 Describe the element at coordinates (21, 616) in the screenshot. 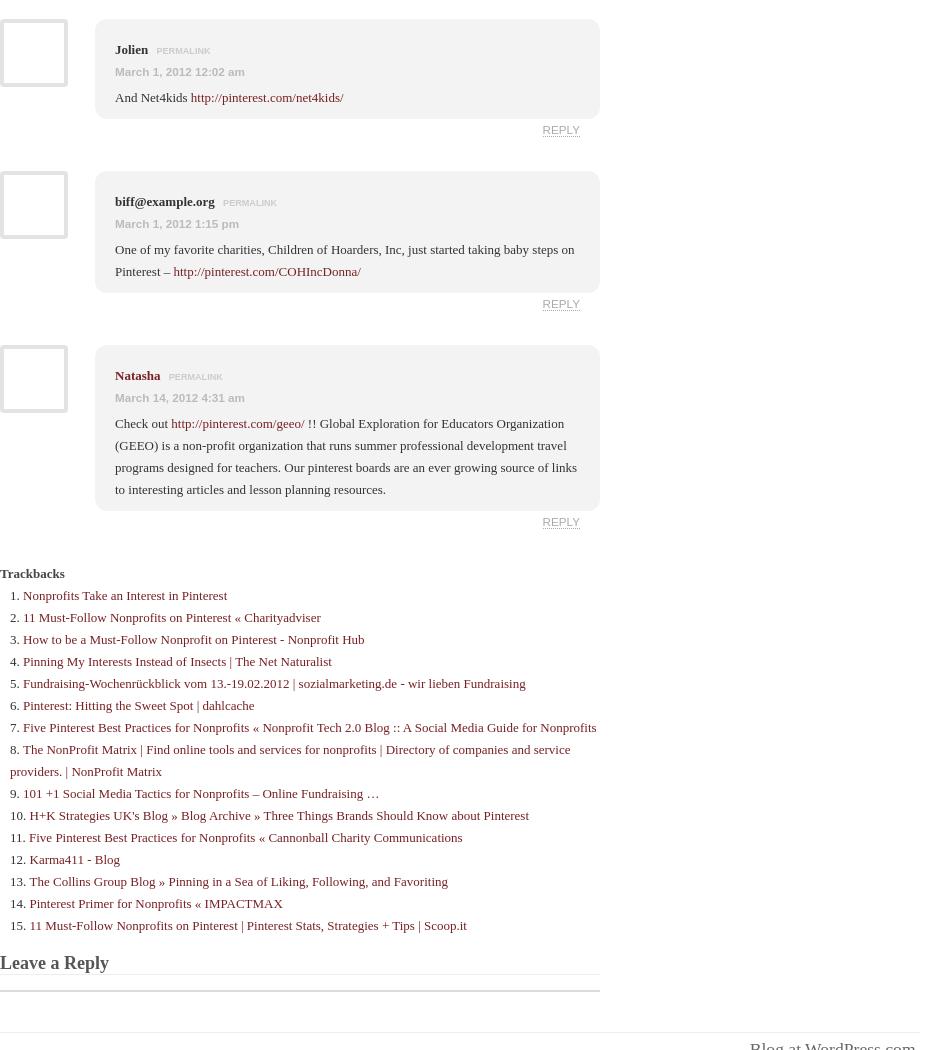

I see `'11 Must-Follow Nonprofits on Pinterest « Charityadviser'` at that location.